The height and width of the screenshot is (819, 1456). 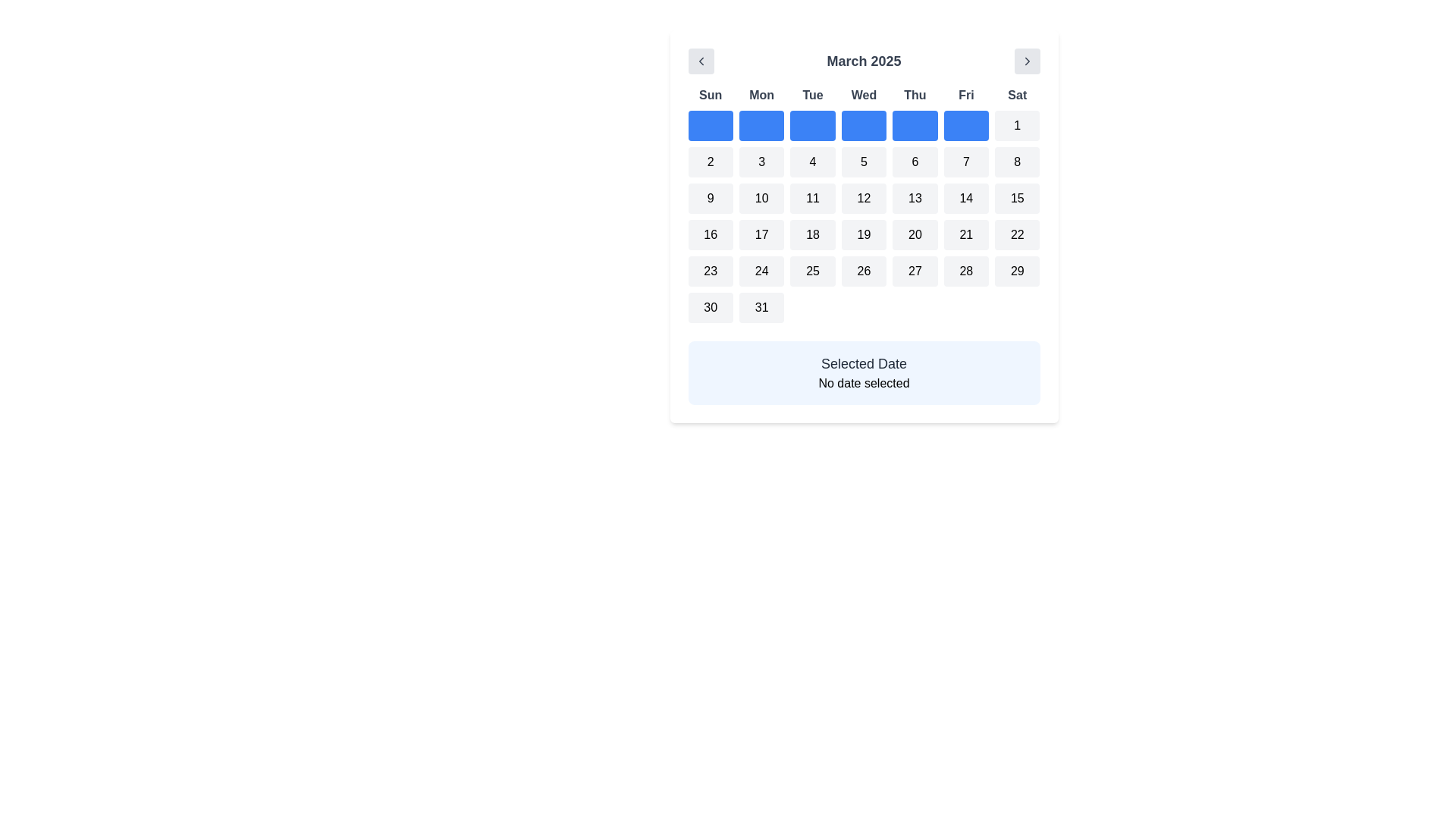 I want to click on text content of the Label/Text Display that shows the current month and year in the calendar interface header, positioned centrally between the left and right chevron buttons, so click(x=864, y=61).